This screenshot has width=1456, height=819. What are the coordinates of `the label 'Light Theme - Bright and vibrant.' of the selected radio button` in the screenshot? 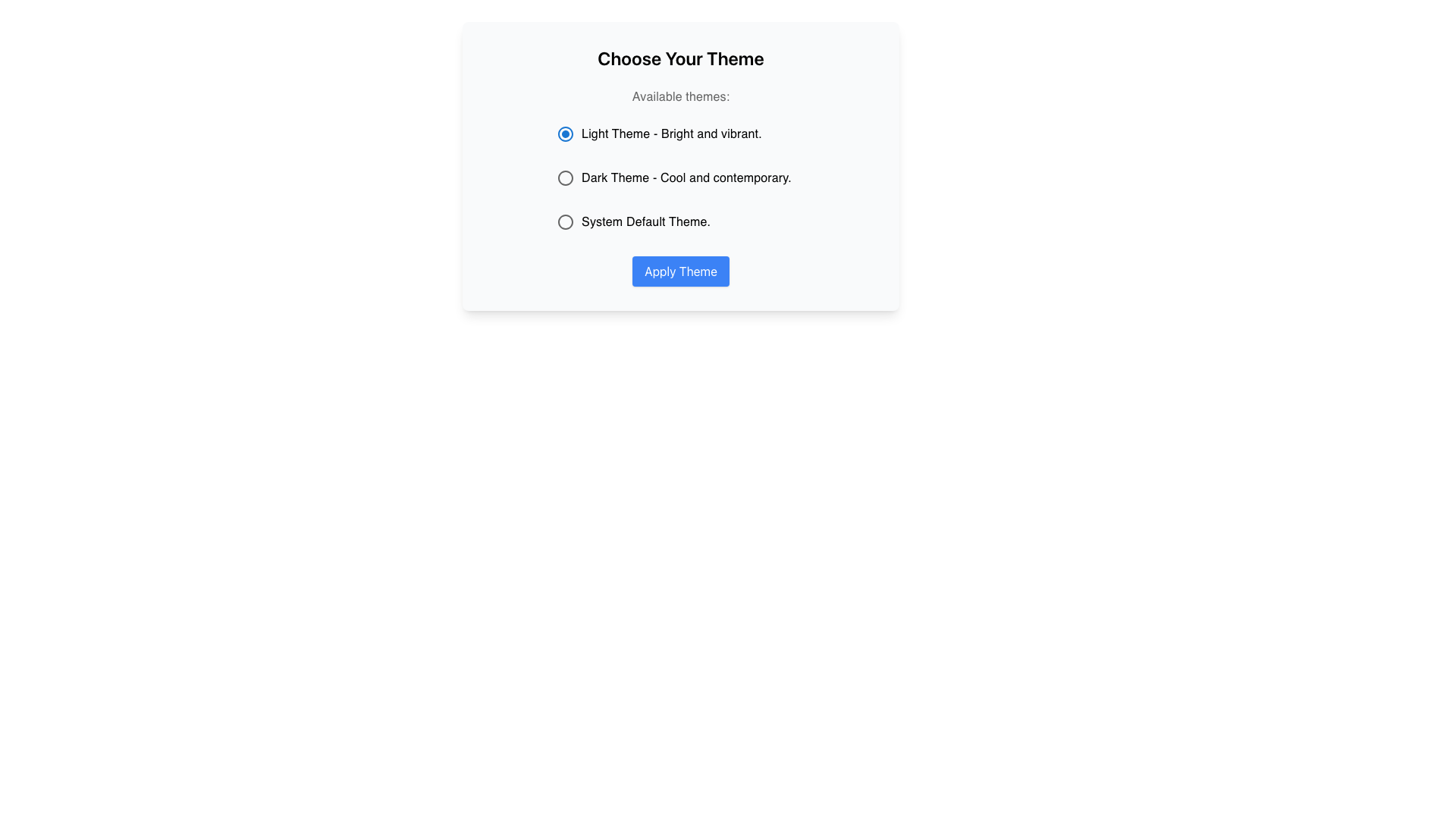 It's located at (670, 133).